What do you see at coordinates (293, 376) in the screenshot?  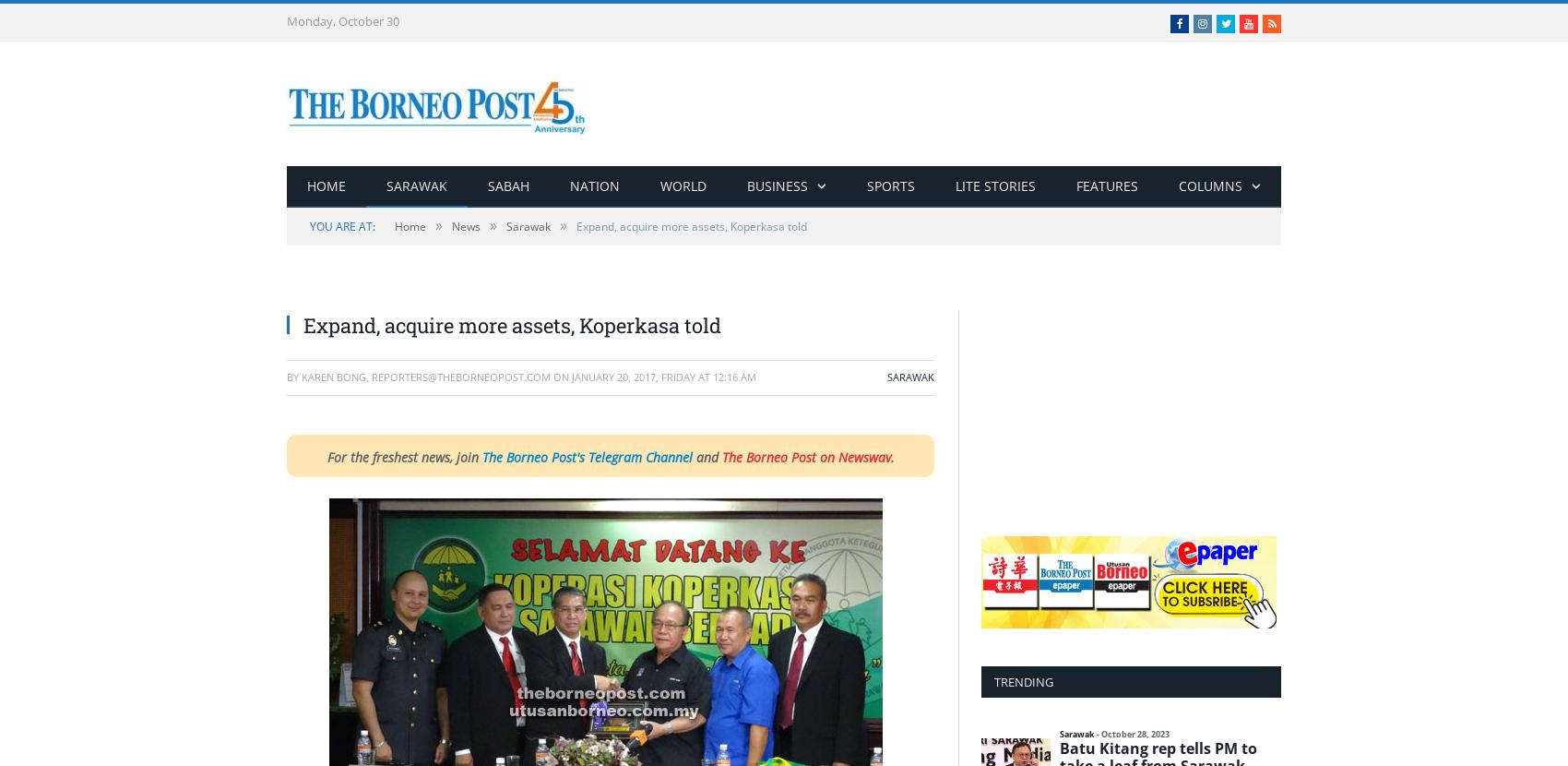 I see `'By'` at bounding box center [293, 376].